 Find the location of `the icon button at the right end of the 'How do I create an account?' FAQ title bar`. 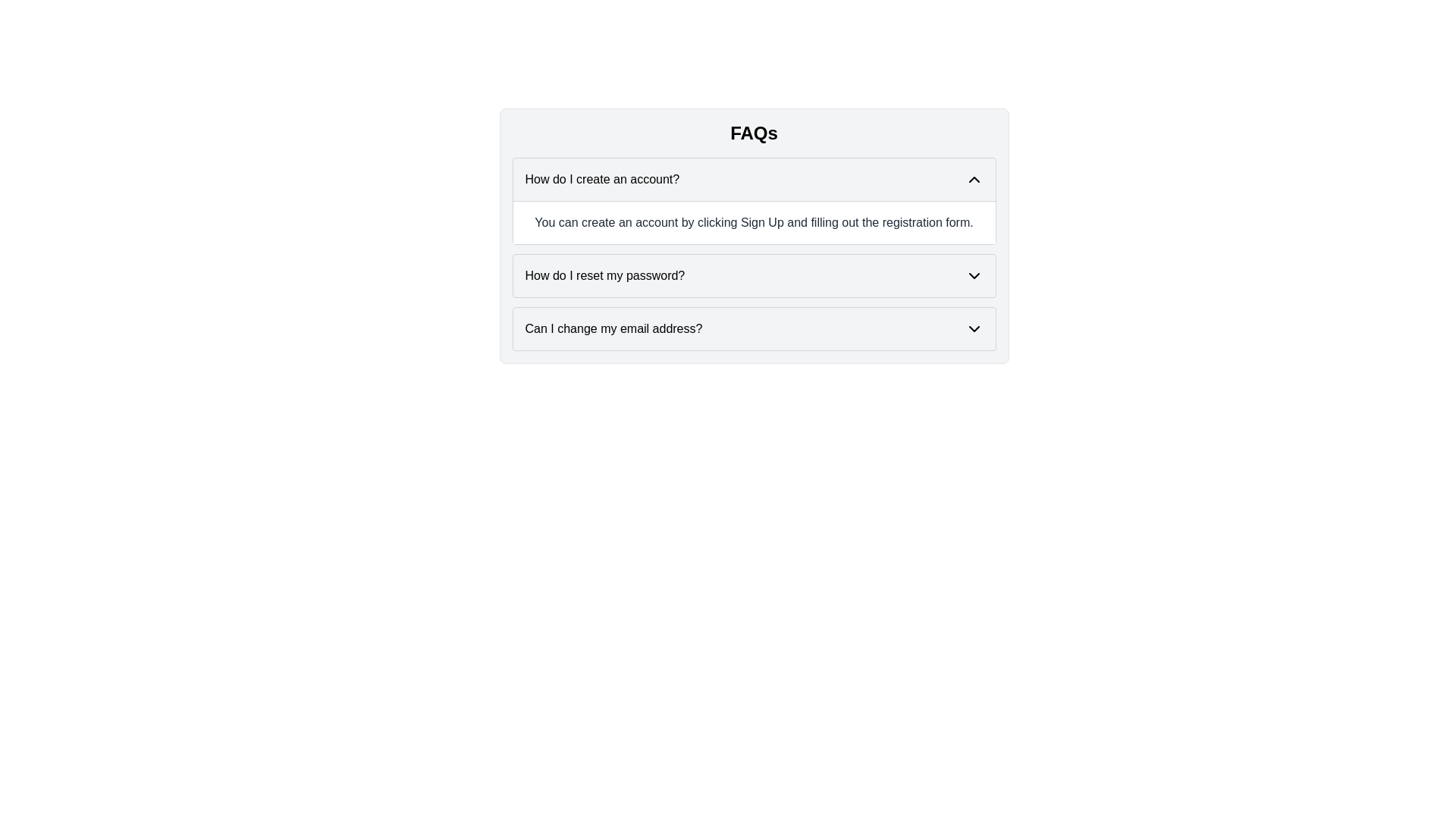

the icon button at the right end of the 'How do I create an account?' FAQ title bar is located at coordinates (974, 178).